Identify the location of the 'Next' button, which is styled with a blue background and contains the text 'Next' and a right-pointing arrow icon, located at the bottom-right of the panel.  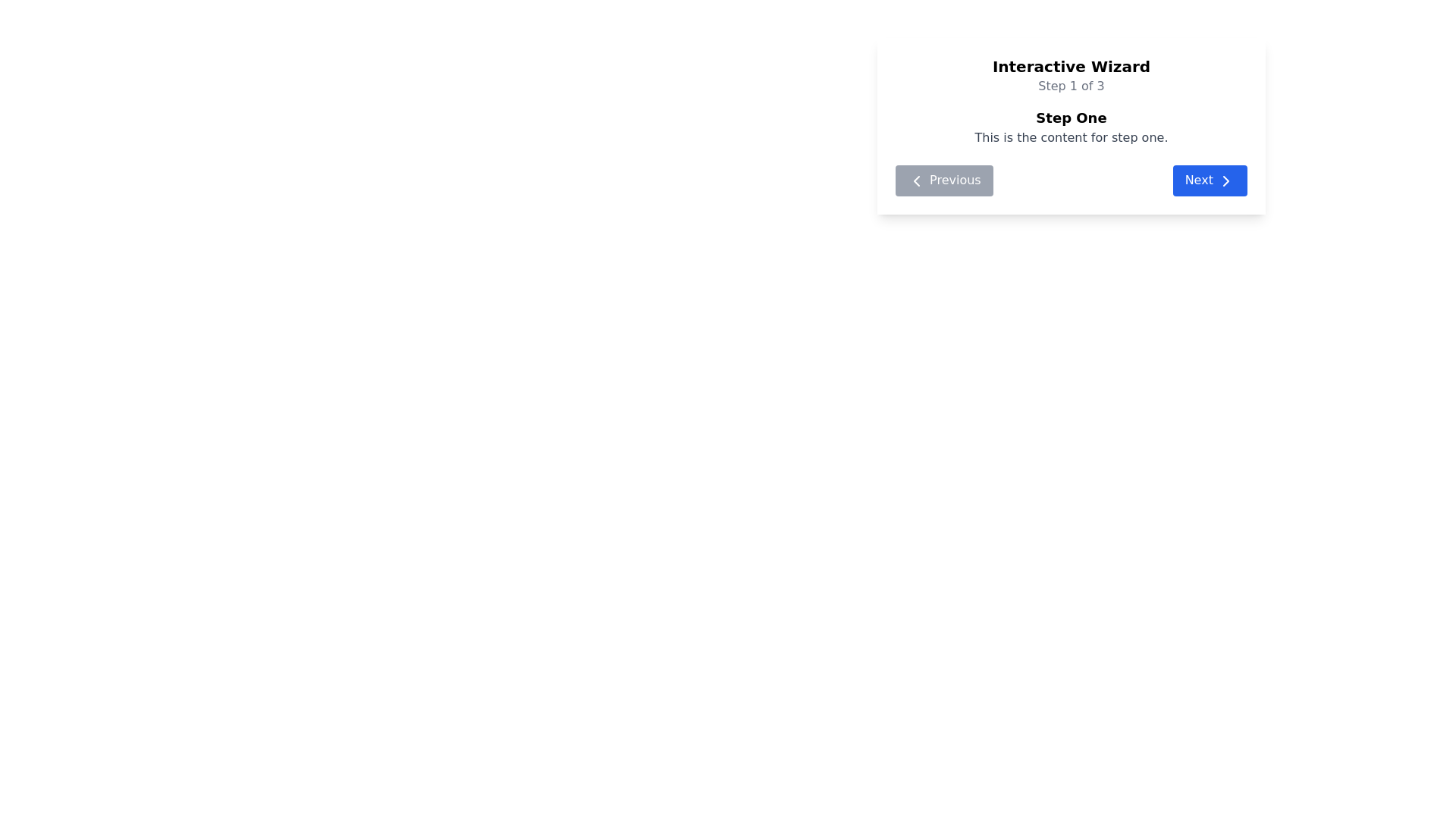
(1209, 180).